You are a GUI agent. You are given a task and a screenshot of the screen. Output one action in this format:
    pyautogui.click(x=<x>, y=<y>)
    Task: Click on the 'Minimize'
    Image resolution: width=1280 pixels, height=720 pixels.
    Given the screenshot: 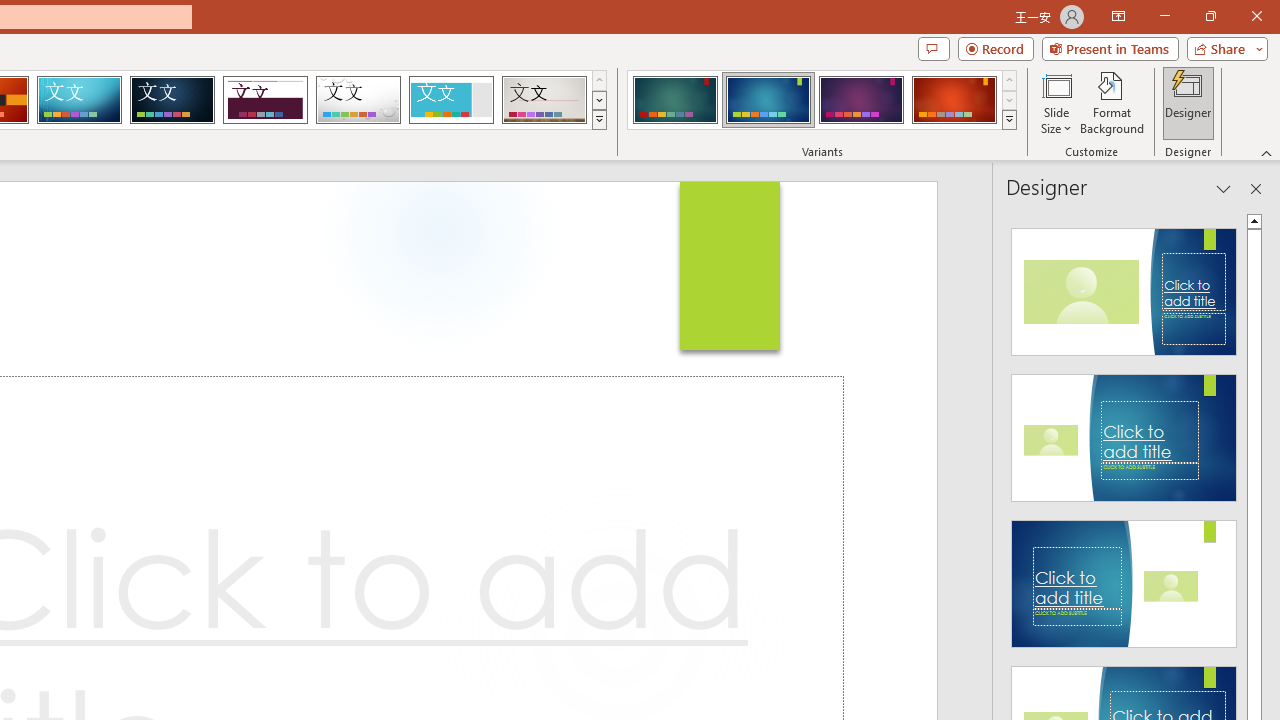 What is the action you would take?
    pyautogui.click(x=1164, y=16)
    